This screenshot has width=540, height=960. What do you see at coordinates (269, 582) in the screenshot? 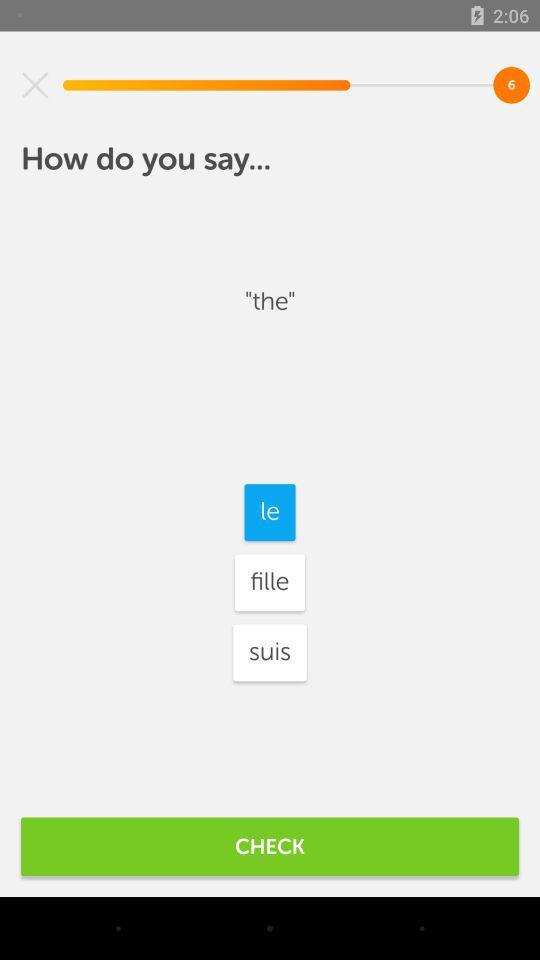
I see `icon below the le item` at bounding box center [269, 582].